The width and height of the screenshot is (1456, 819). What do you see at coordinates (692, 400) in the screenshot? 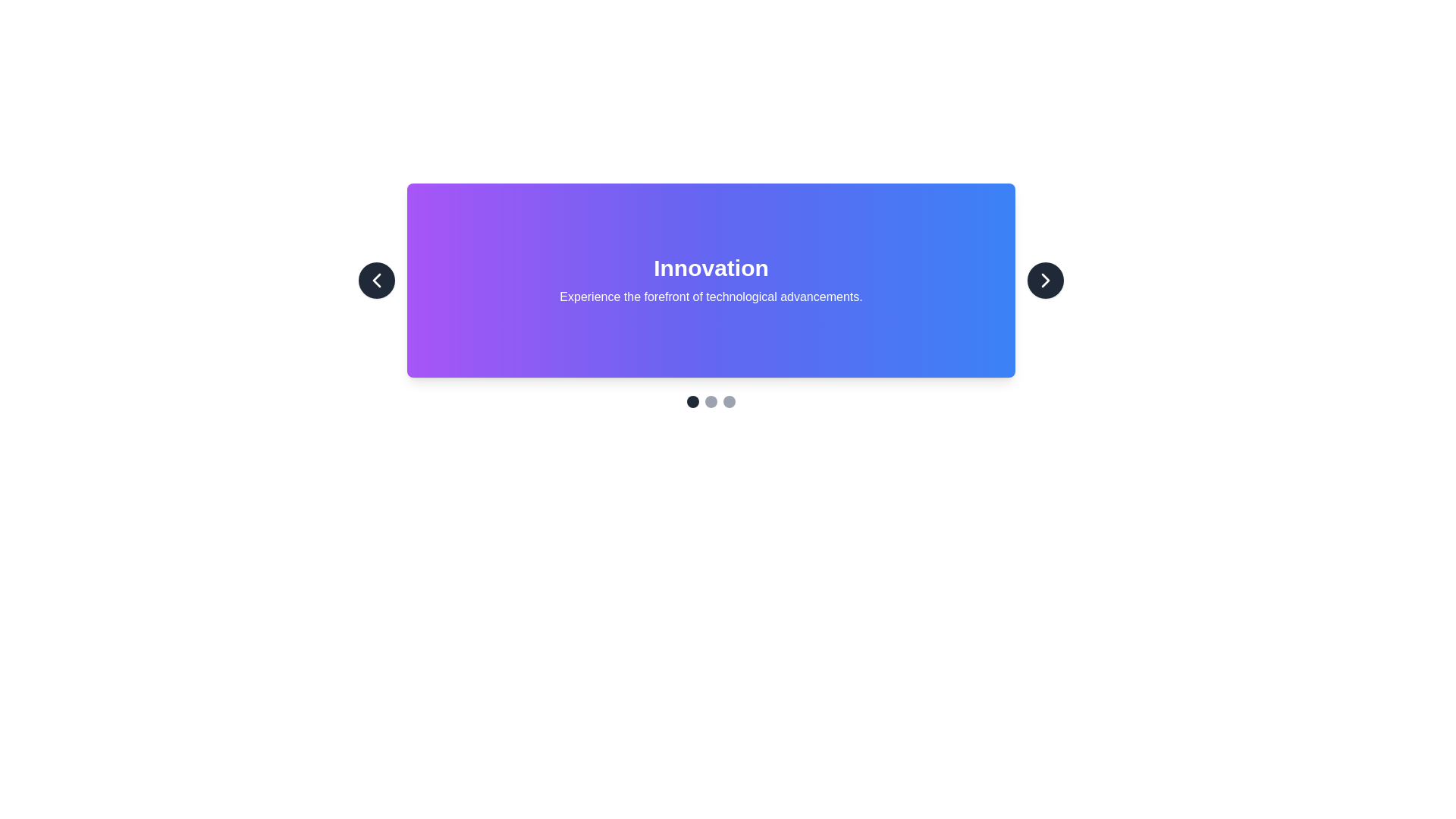
I see `the first circular navigation button with a dark grey background, located under the text panel of the main interface` at bounding box center [692, 400].